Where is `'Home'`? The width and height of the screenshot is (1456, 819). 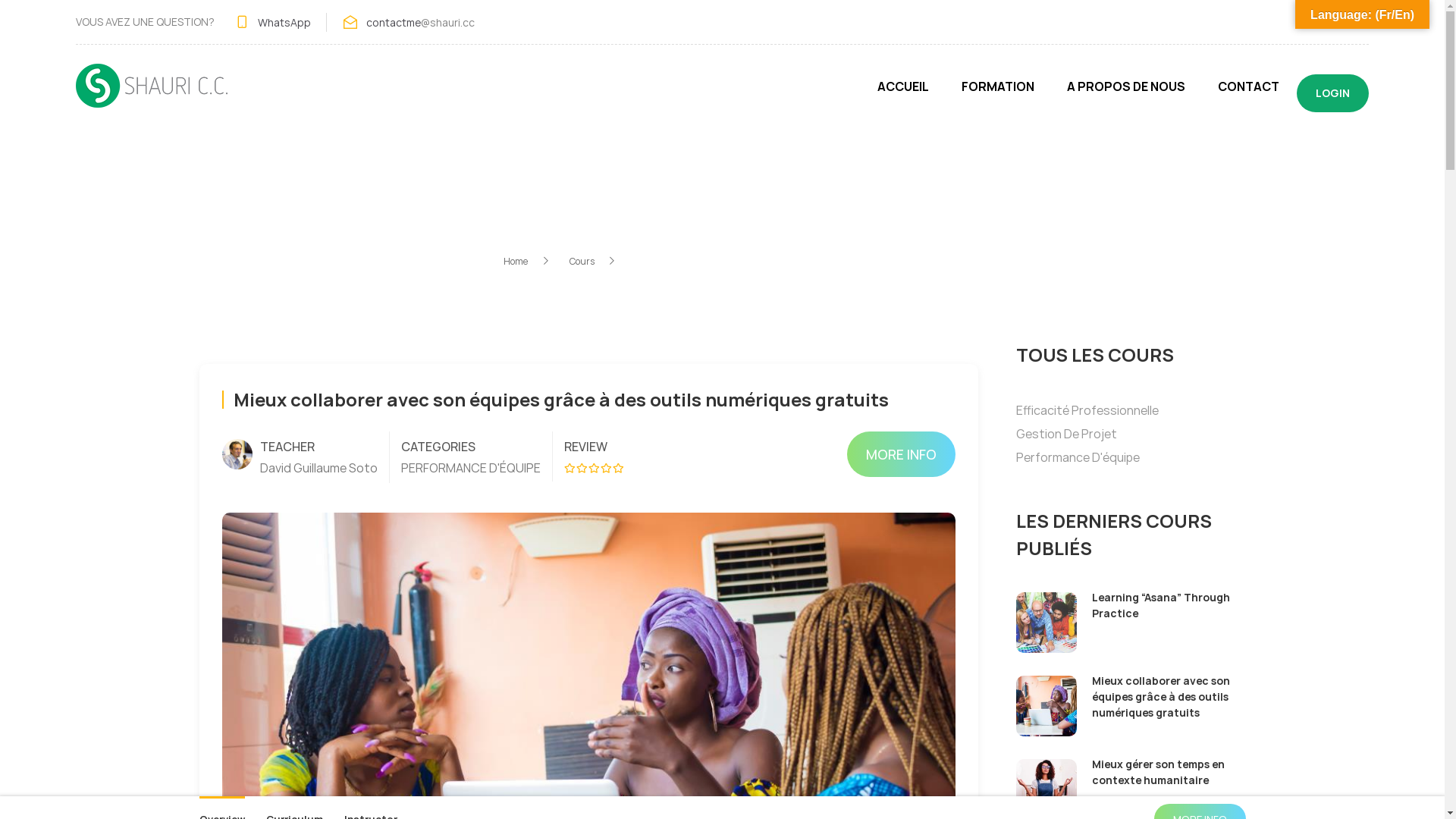
'Home' is located at coordinates (527, 260).